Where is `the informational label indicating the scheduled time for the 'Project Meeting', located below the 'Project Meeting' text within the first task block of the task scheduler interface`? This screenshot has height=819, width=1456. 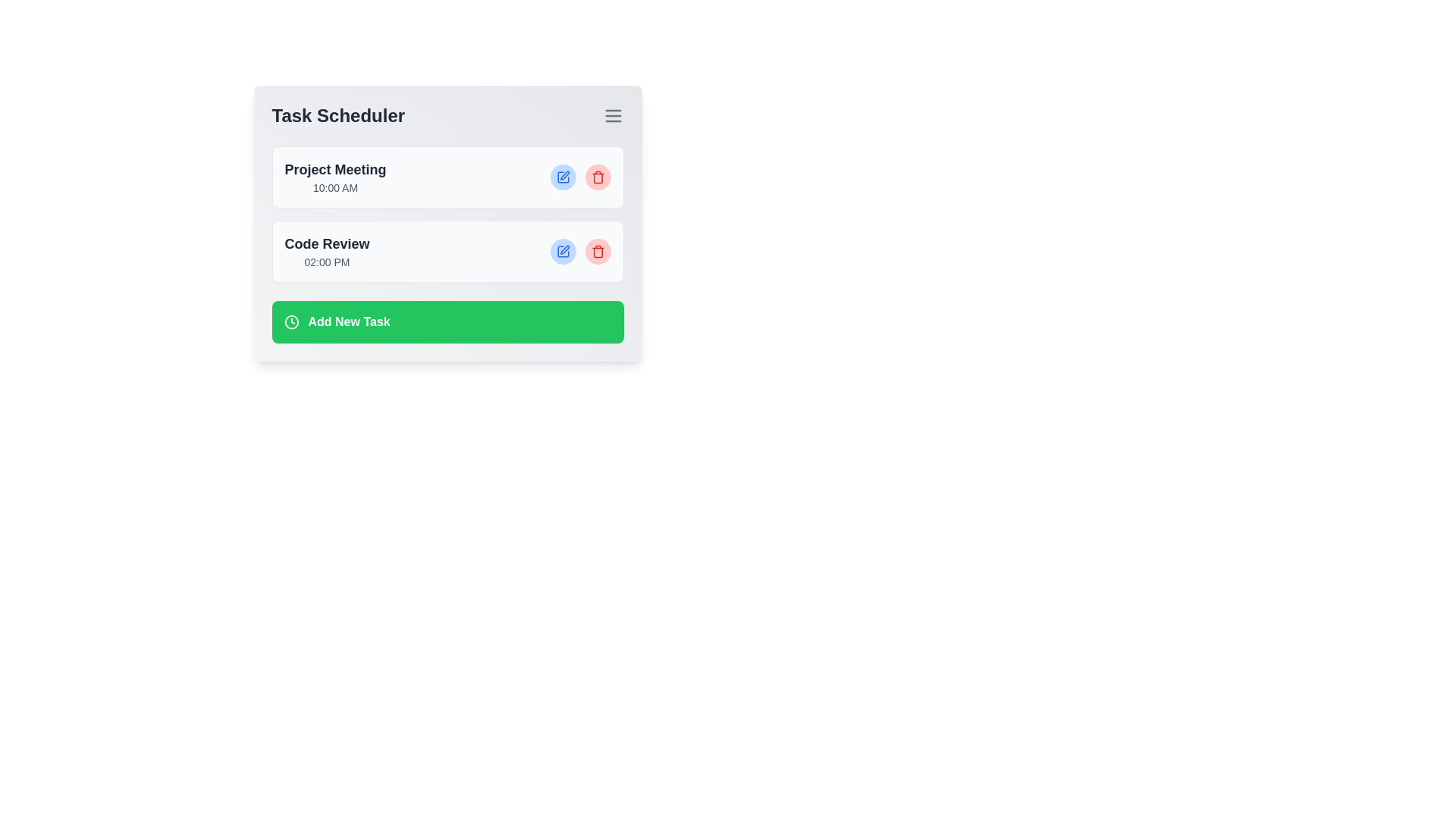
the informational label indicating the scheduled time for the 'Project Meeting', located below the 'Project Meeting' text within the first task block of the task scheduler interface is located at coordinates (334, 187).